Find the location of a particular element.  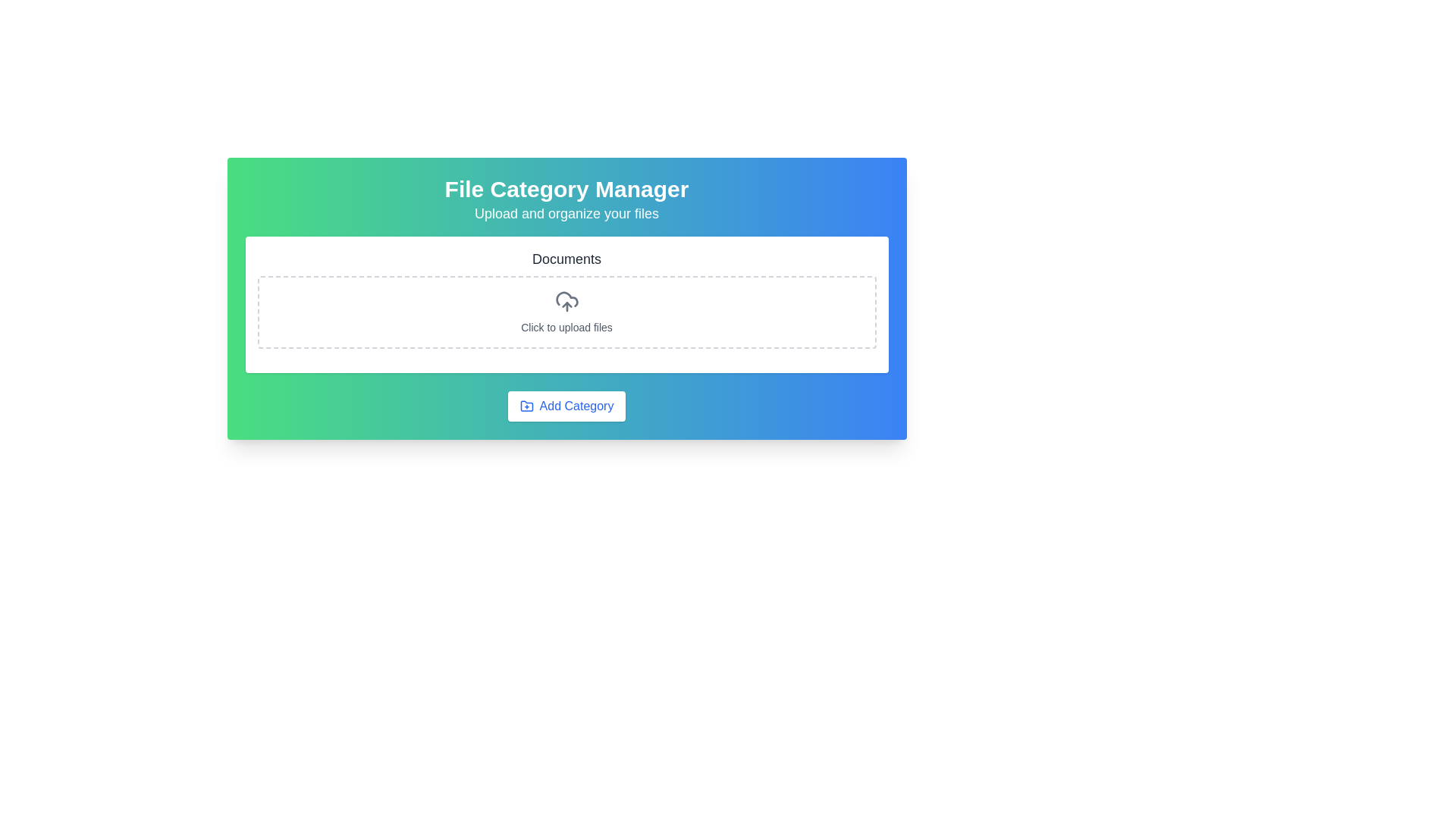

the File upload area, which has a dashed gray border, a centered gray cloud upload icon, and the text 'Click to upload files' below it is located at coordinates (566, 312).